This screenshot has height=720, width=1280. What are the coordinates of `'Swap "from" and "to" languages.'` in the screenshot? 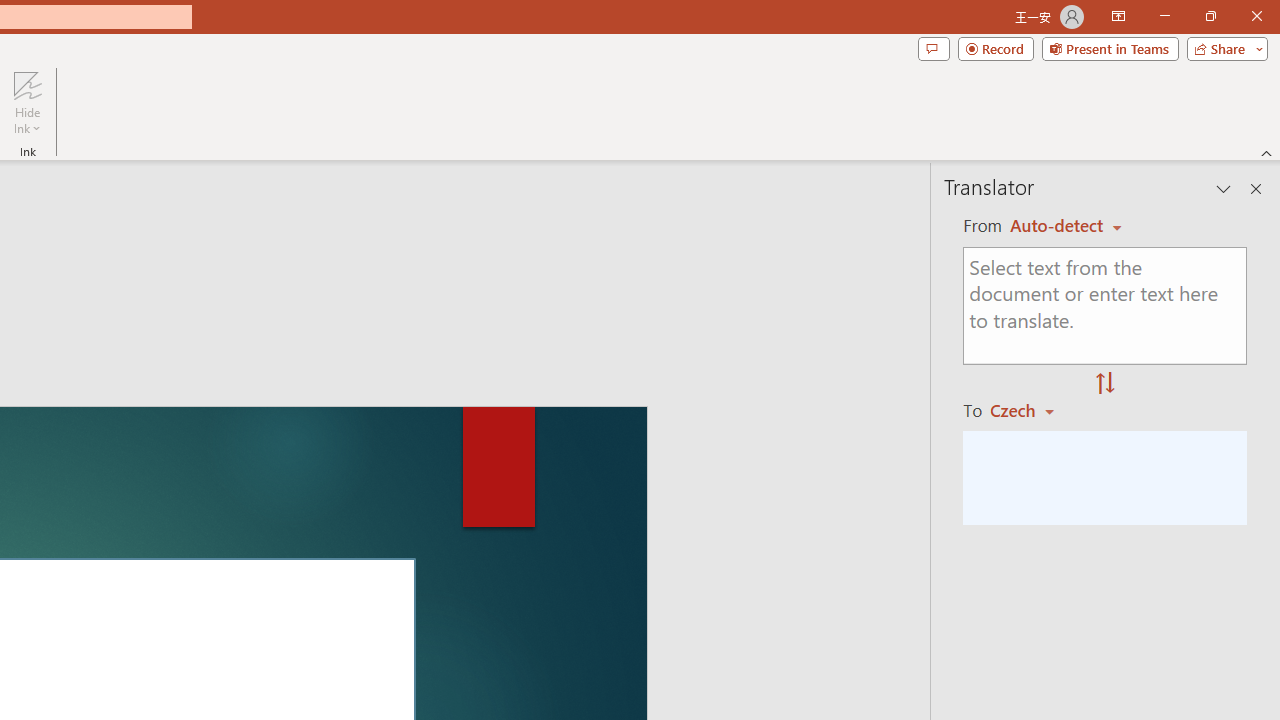 It's located at (1104, 384).